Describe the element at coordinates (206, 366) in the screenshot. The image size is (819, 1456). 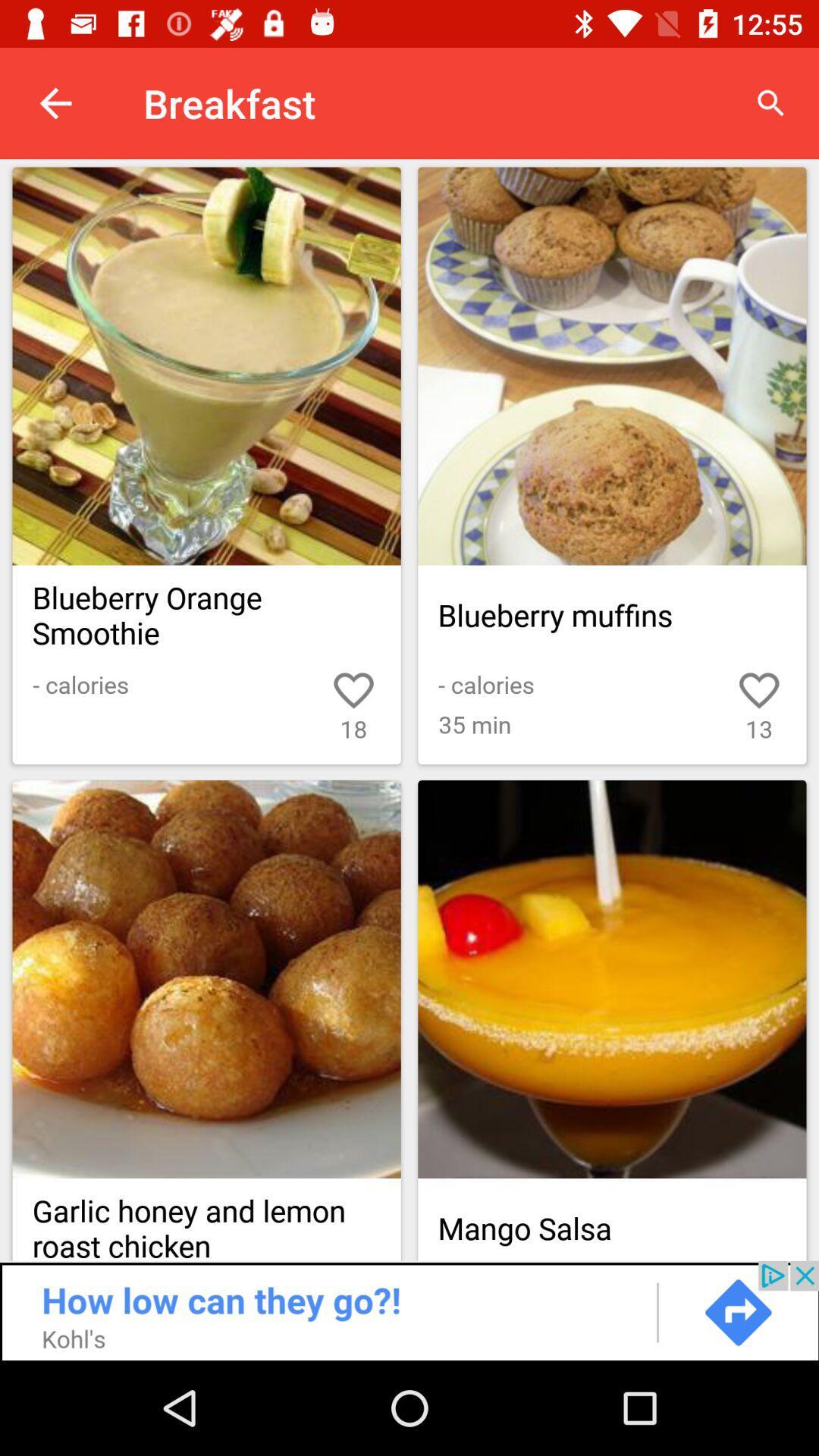
I see `cookies and brownies recipes` at that location.